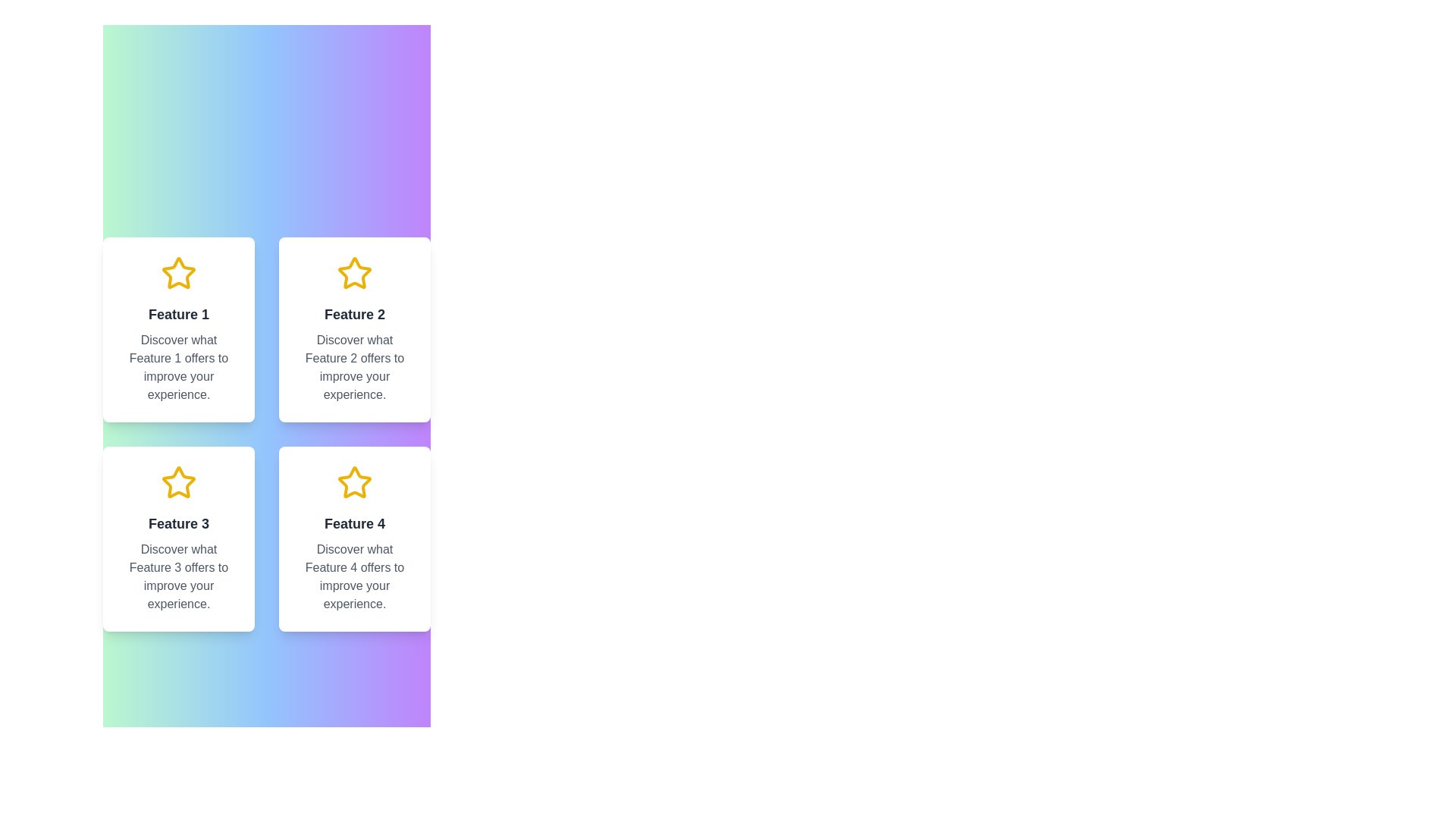 The image size is (1456, 819). Describe the element at coordinates (178, 368) in the screenshot. I see `descriptive text block located in the first column of the two-column layout, specifically inside the card labeled 'Feature 1', below the star icon and the title text 'Feature 1'` at that location.